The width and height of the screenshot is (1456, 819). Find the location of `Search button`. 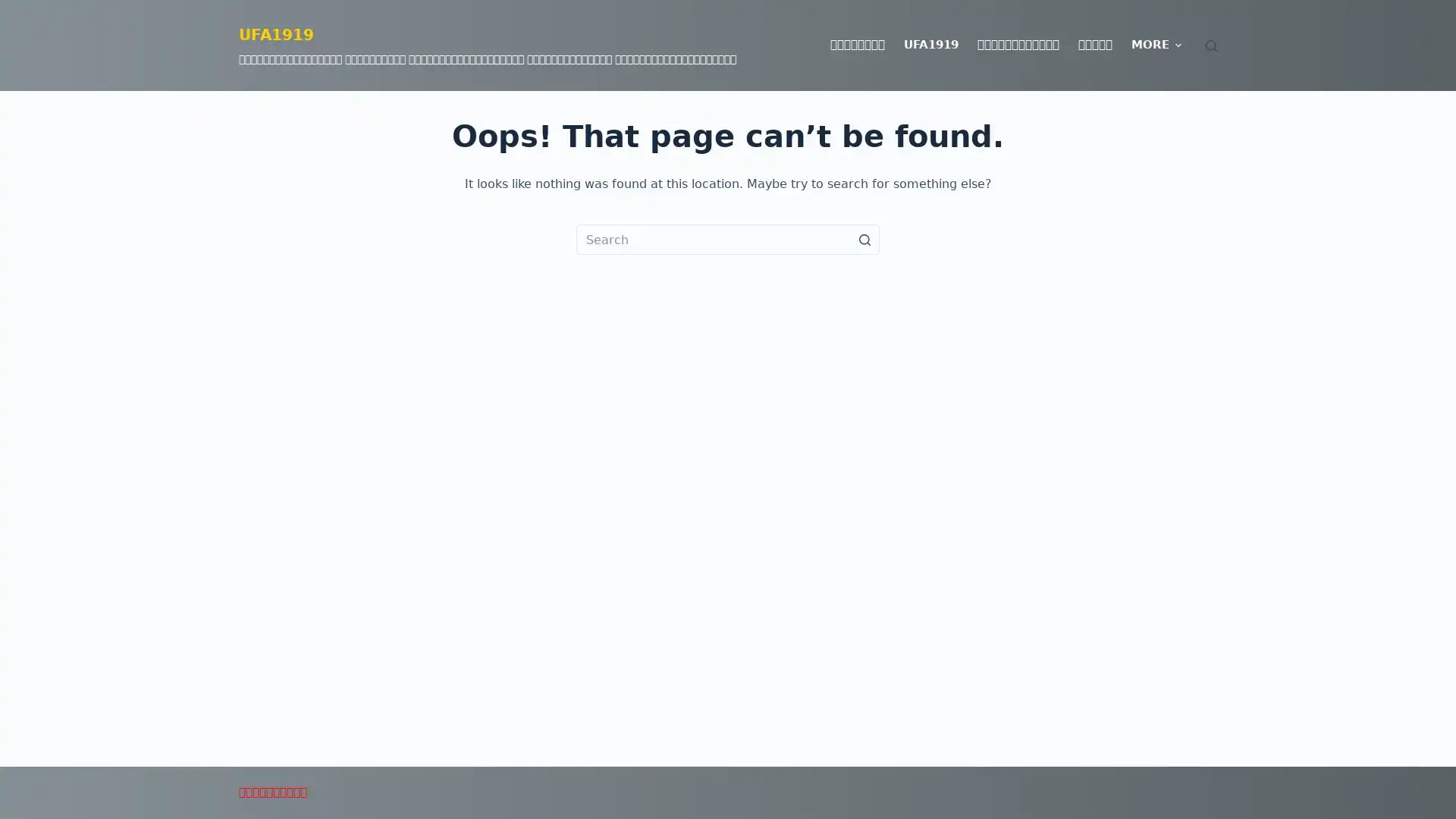

Search button is located at coordinates (864, 239).